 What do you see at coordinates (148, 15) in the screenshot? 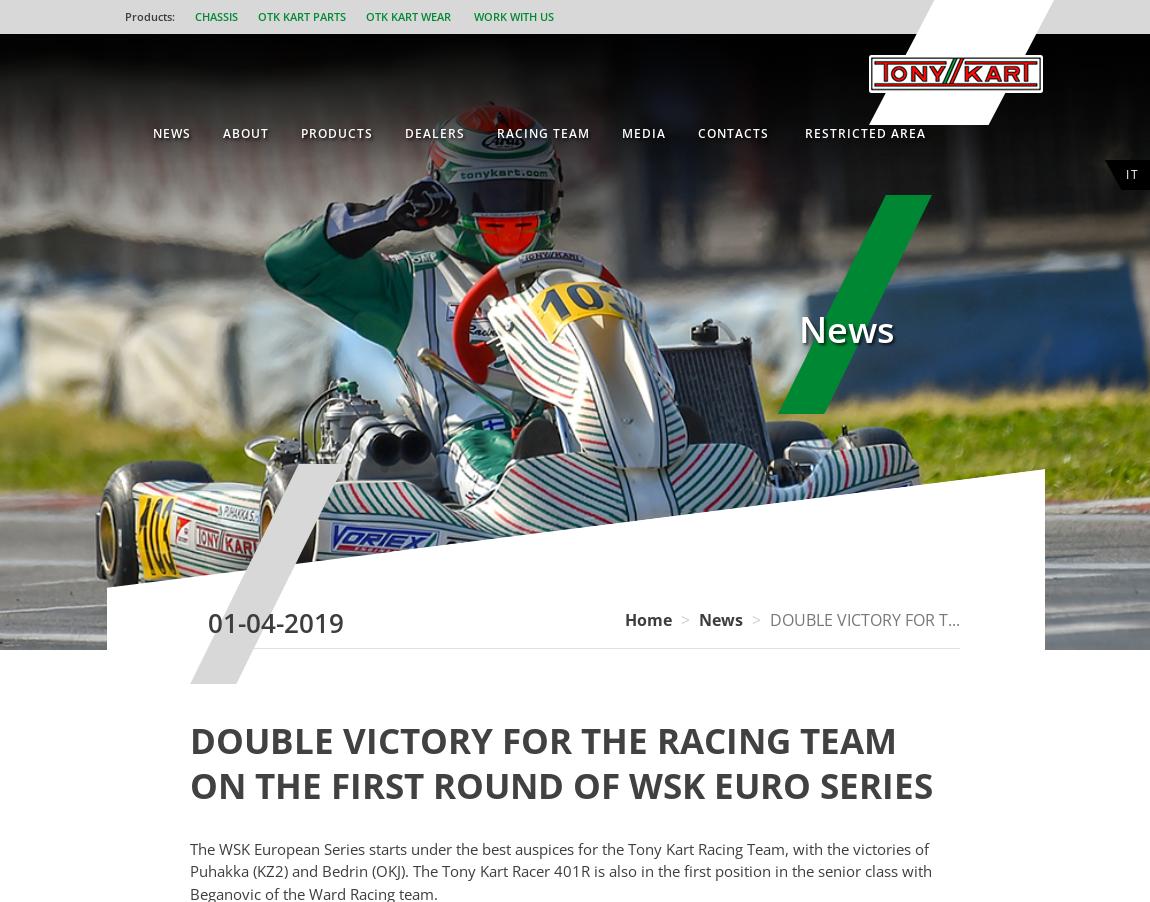
I see `'Products:'` at bounding box center [148, 15].